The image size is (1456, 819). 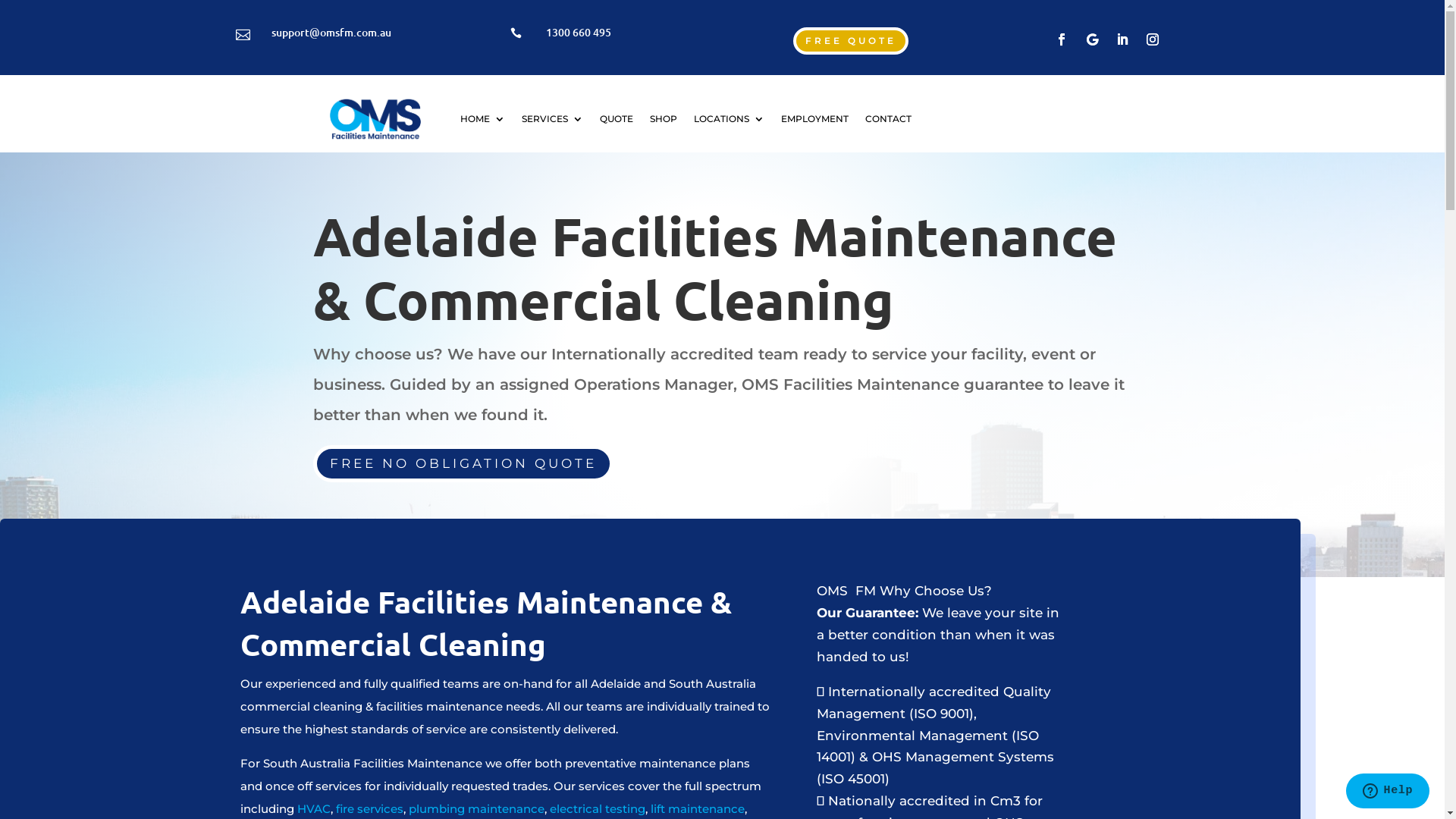 I want to click on 'lift maintenance', so click(x=697, y=808).